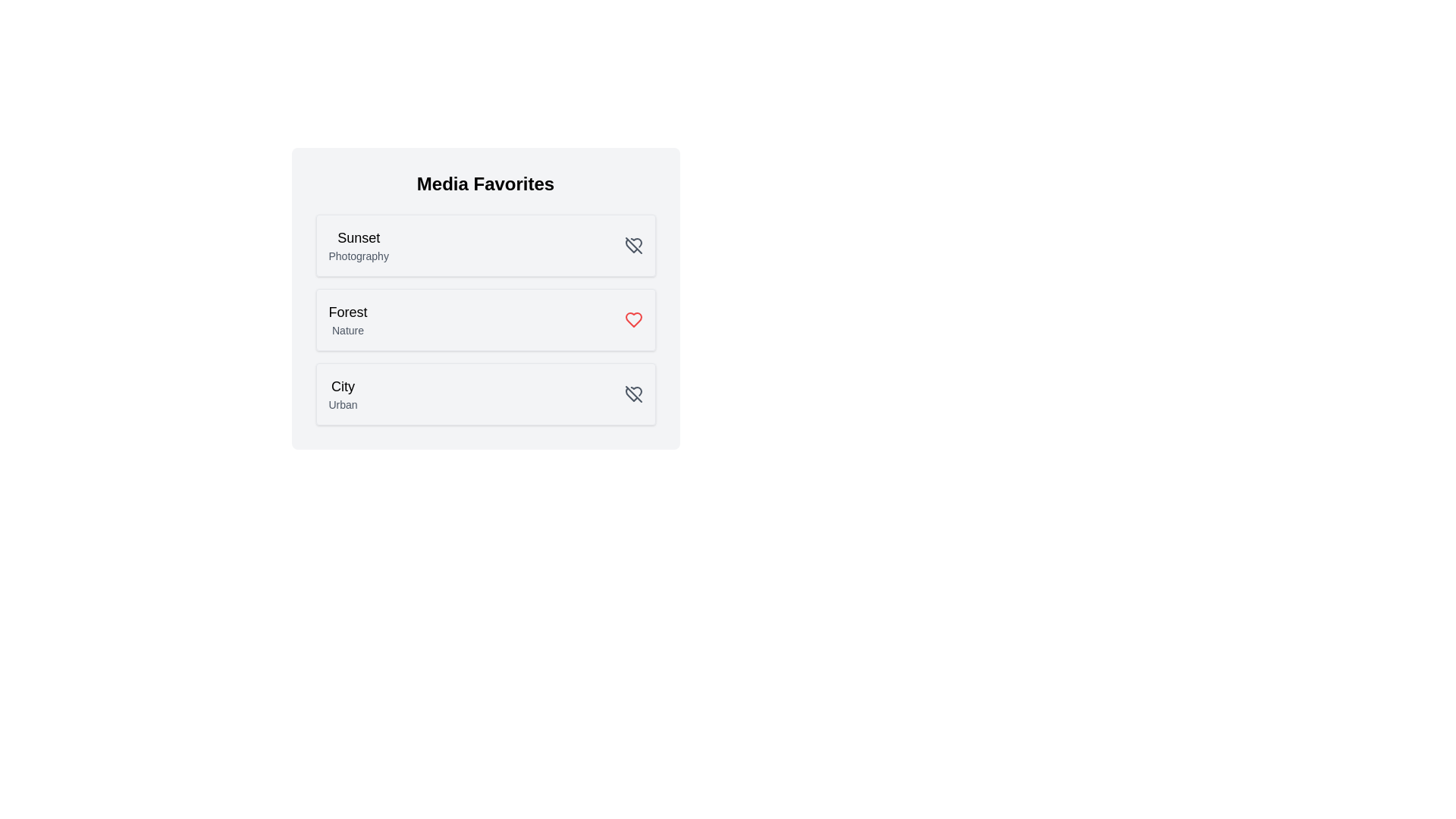 The image size is (1456, 819). I want to click on the media item with name City to read its name and category, so click(341, 385).